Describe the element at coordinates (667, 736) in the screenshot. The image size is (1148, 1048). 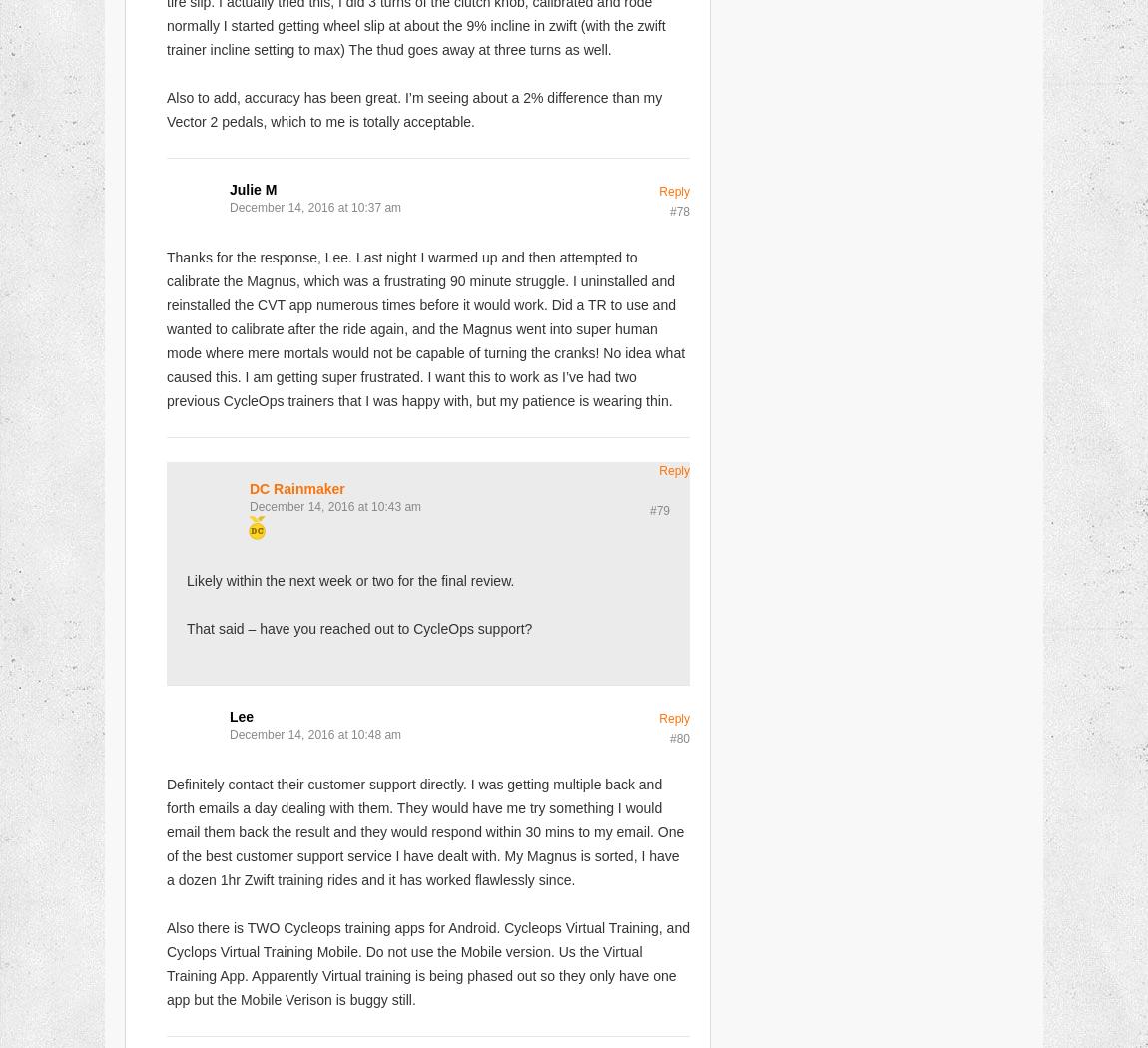
I see `'#80'` at that location.